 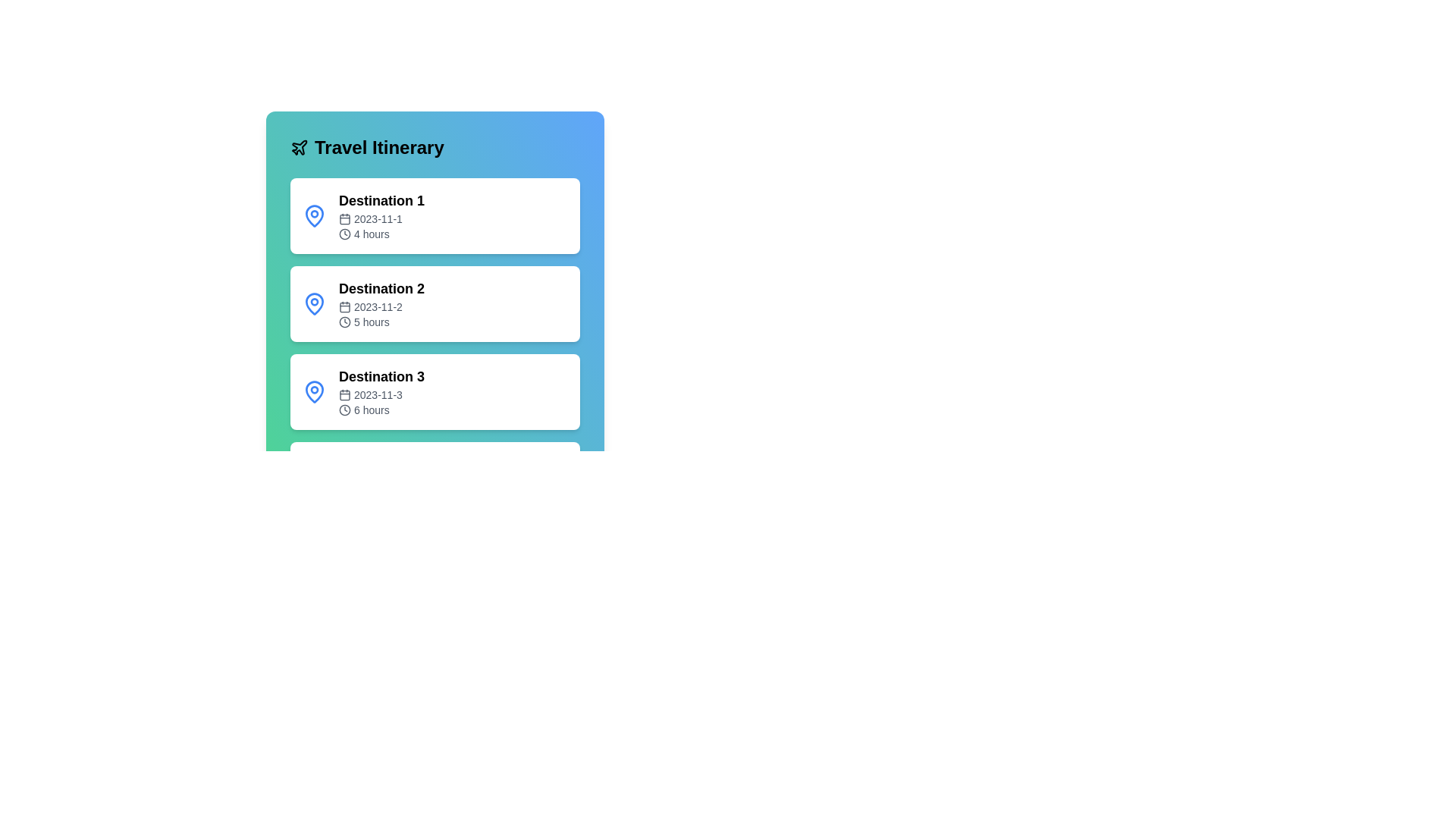 I want to click on the text label displaying the date '2023-11-1', which is styled in gray and located beneath 'Destination 1' in the travel itinerary interface, so click(x=381, y=219).